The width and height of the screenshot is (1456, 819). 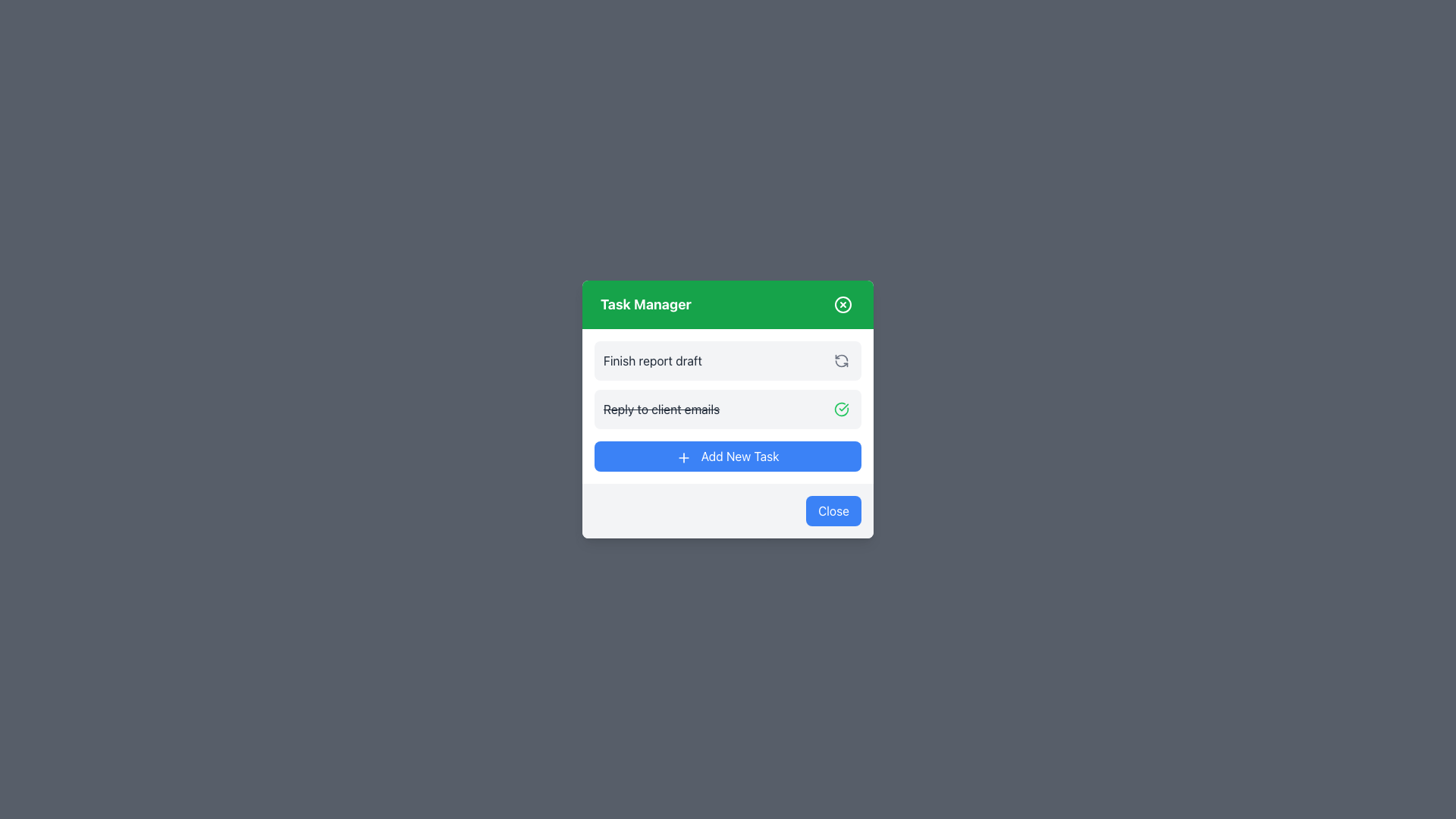 What do you see at coordinates (661, 409) in the screenshot?
I see `the text label that reads 'Reply to client emails' within the 'Task Manager' pop-up interface, located in the second row below the 'Finish report draft' text field` at bounding box center [661, 409].